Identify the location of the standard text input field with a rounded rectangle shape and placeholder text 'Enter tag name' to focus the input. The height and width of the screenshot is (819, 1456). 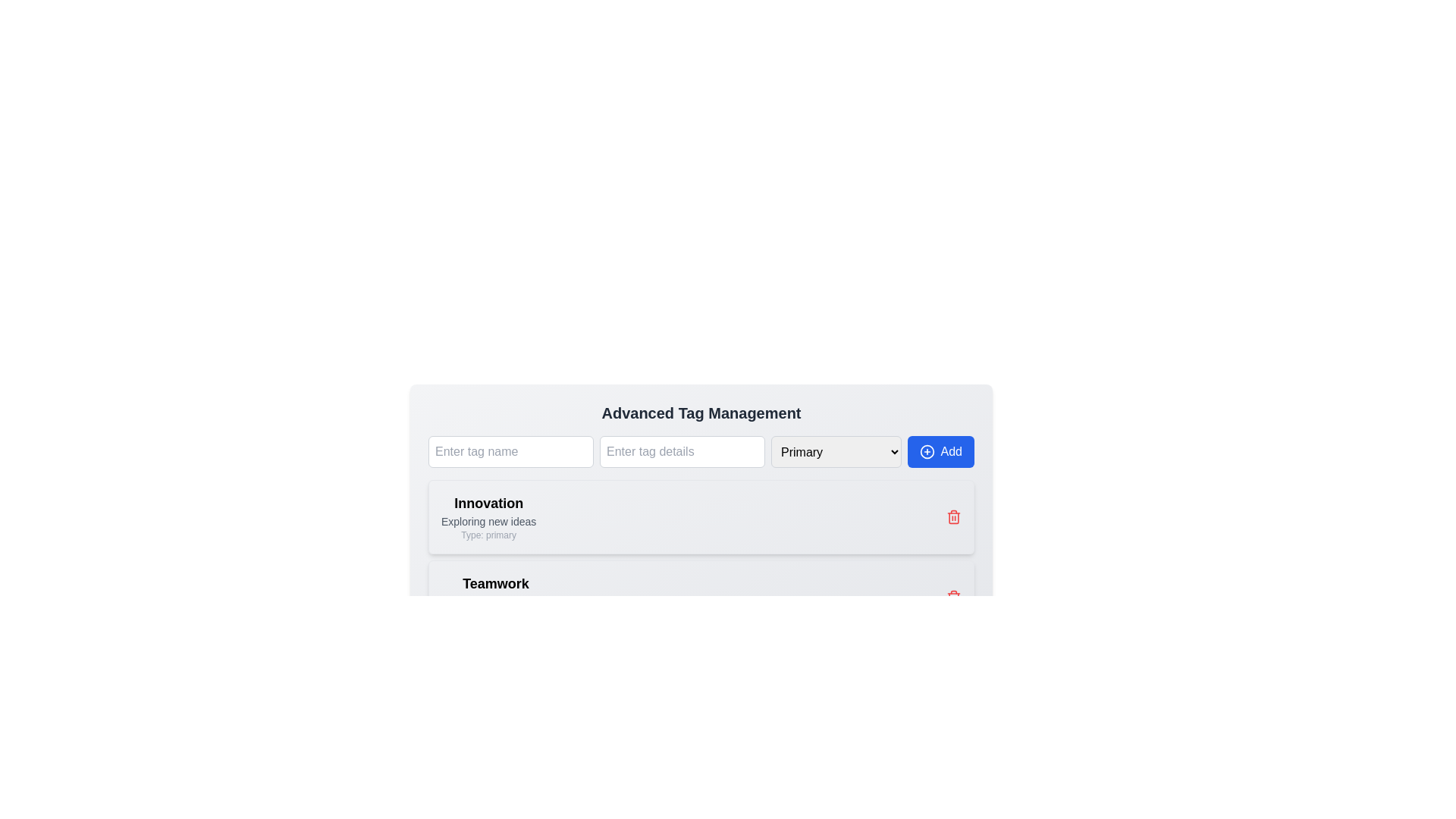
(510, 451).